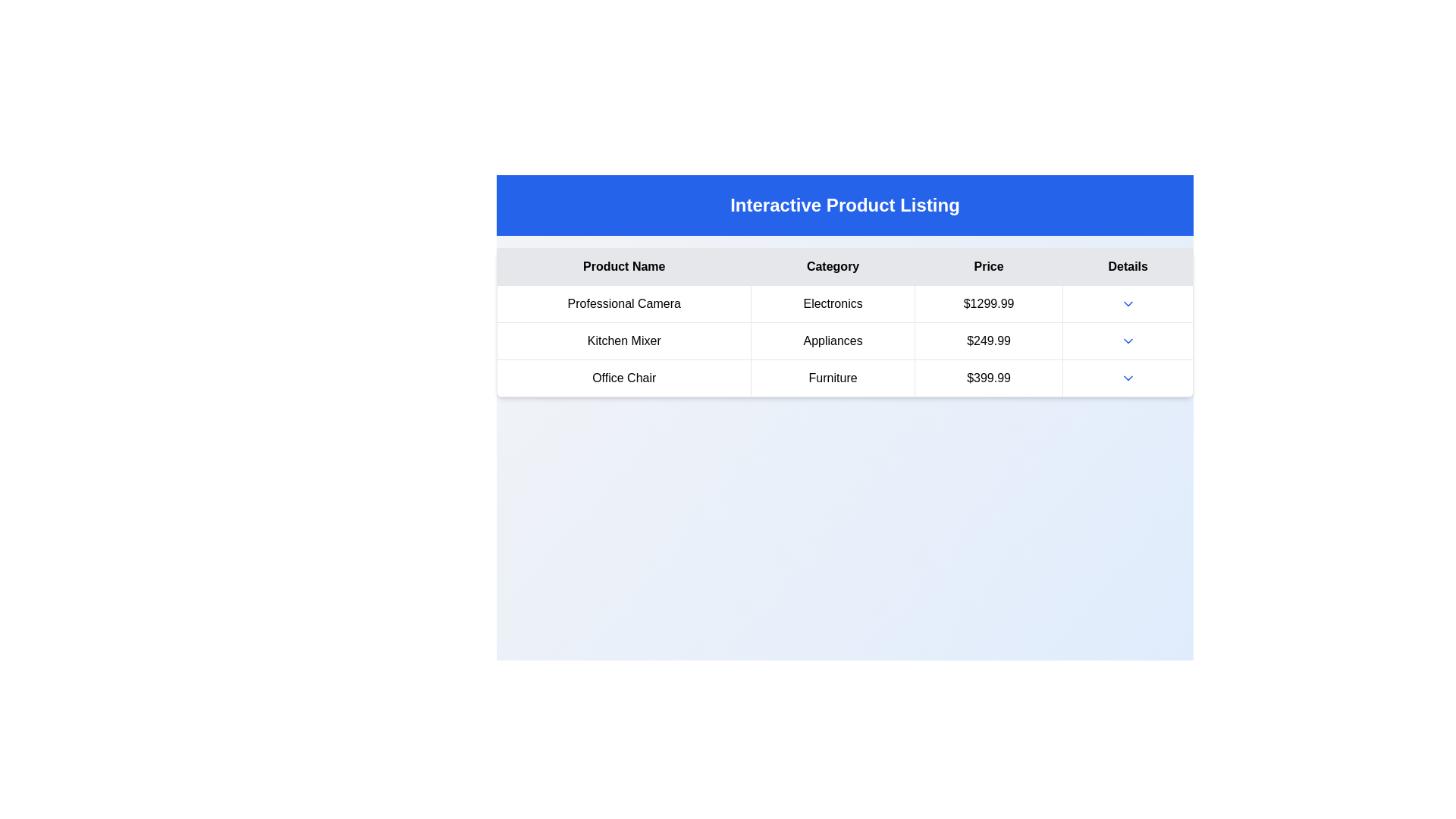  What do you see at coordinates (989, 304) in the screenshot?
I see `price displayed in the static text label showing '$1299.99' within the 'Price' column of the product 'Professional Camera'` at bounding box center [989, 304].